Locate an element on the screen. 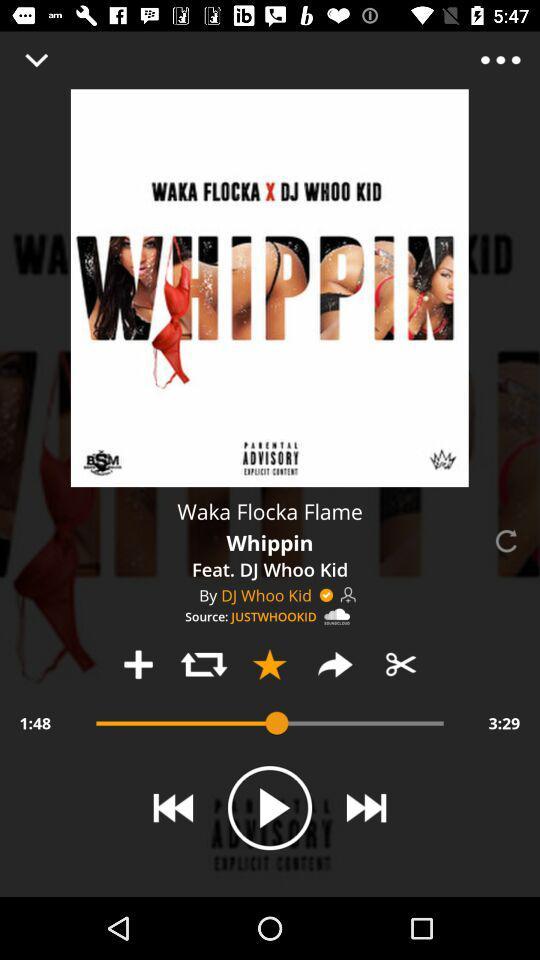 Image resolution: width=540 pixels, height=960 pixels. the expand_more icon is located at coordinates (36, 59).